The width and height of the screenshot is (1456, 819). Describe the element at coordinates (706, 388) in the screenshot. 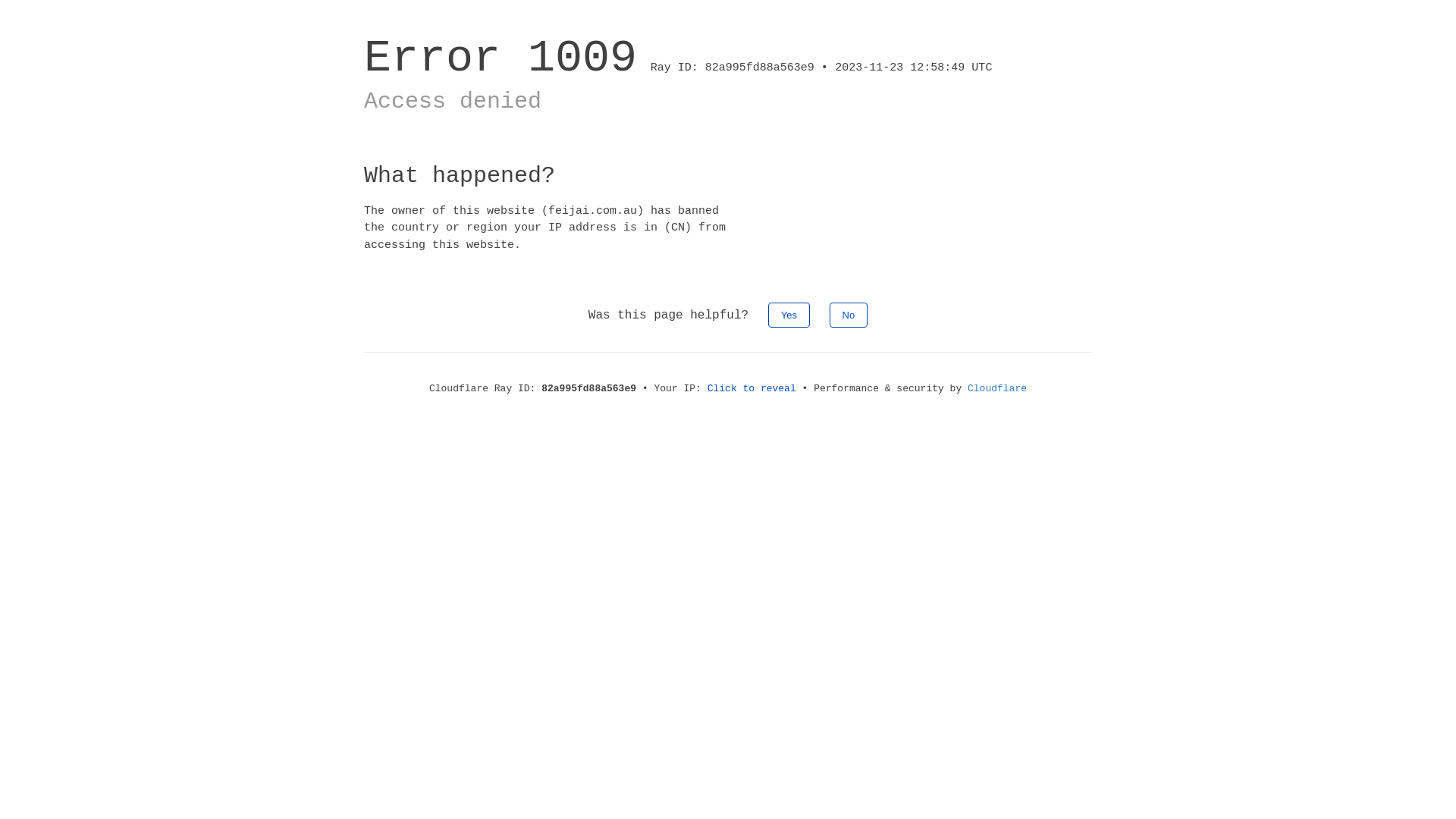

I see `'Click to reveal'` at that location.